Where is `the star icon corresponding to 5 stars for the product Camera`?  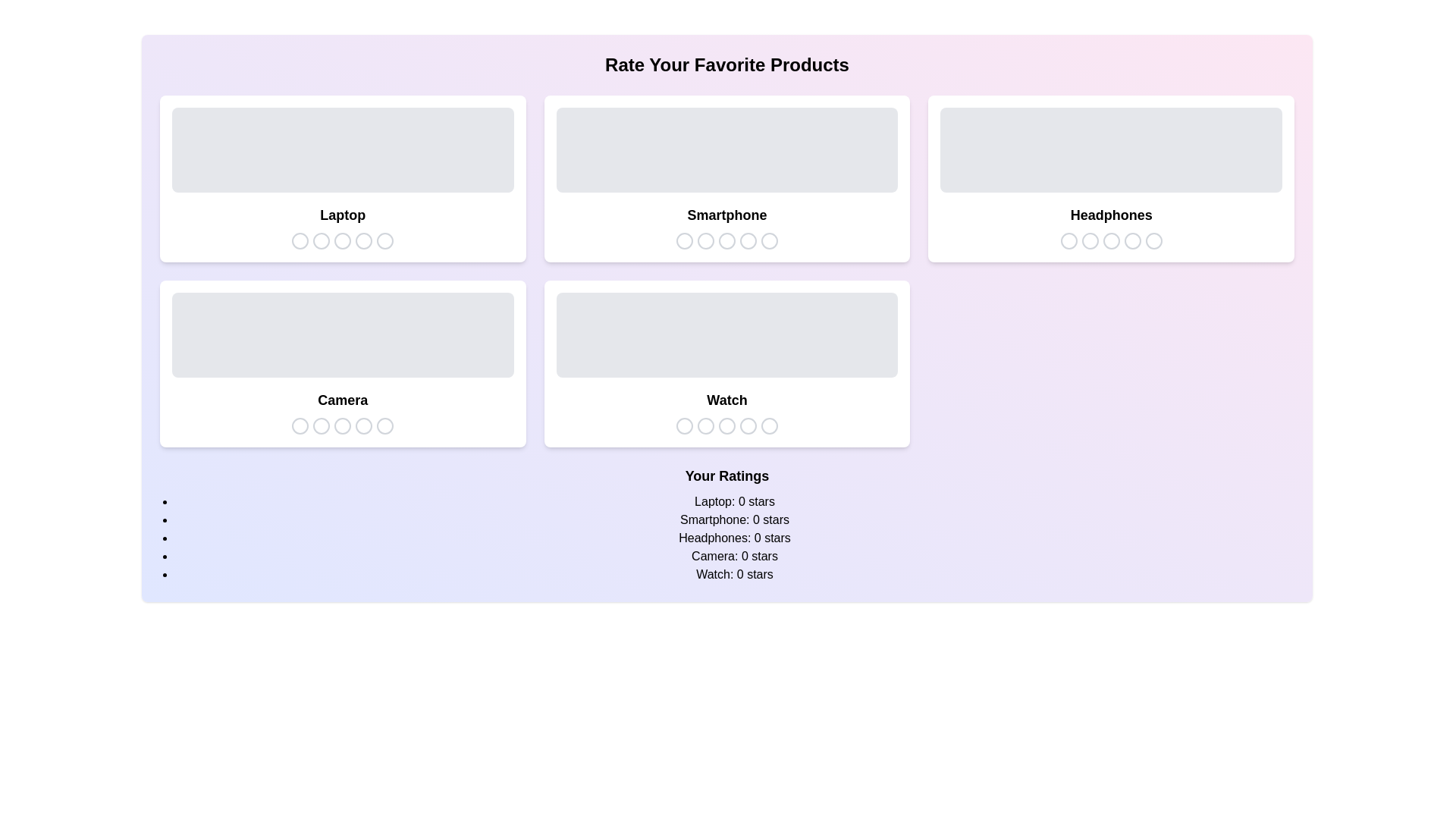
the star icon corresponding to 5 stars for the product Camera is located at coordinates (385, 426).